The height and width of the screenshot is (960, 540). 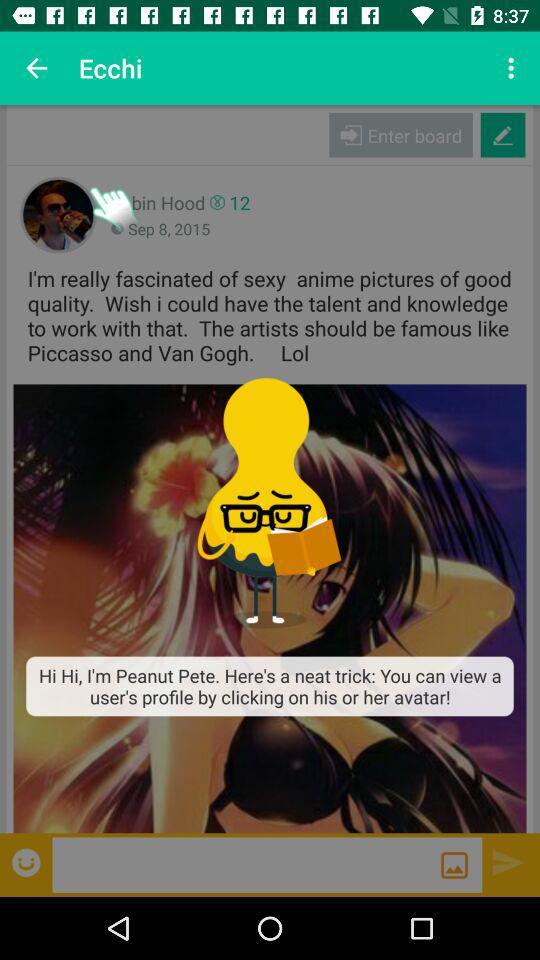 What do you see at coordinates (270, 607) in the screenshot?
I see `the item below i m really` at bounding box center [270, 607].